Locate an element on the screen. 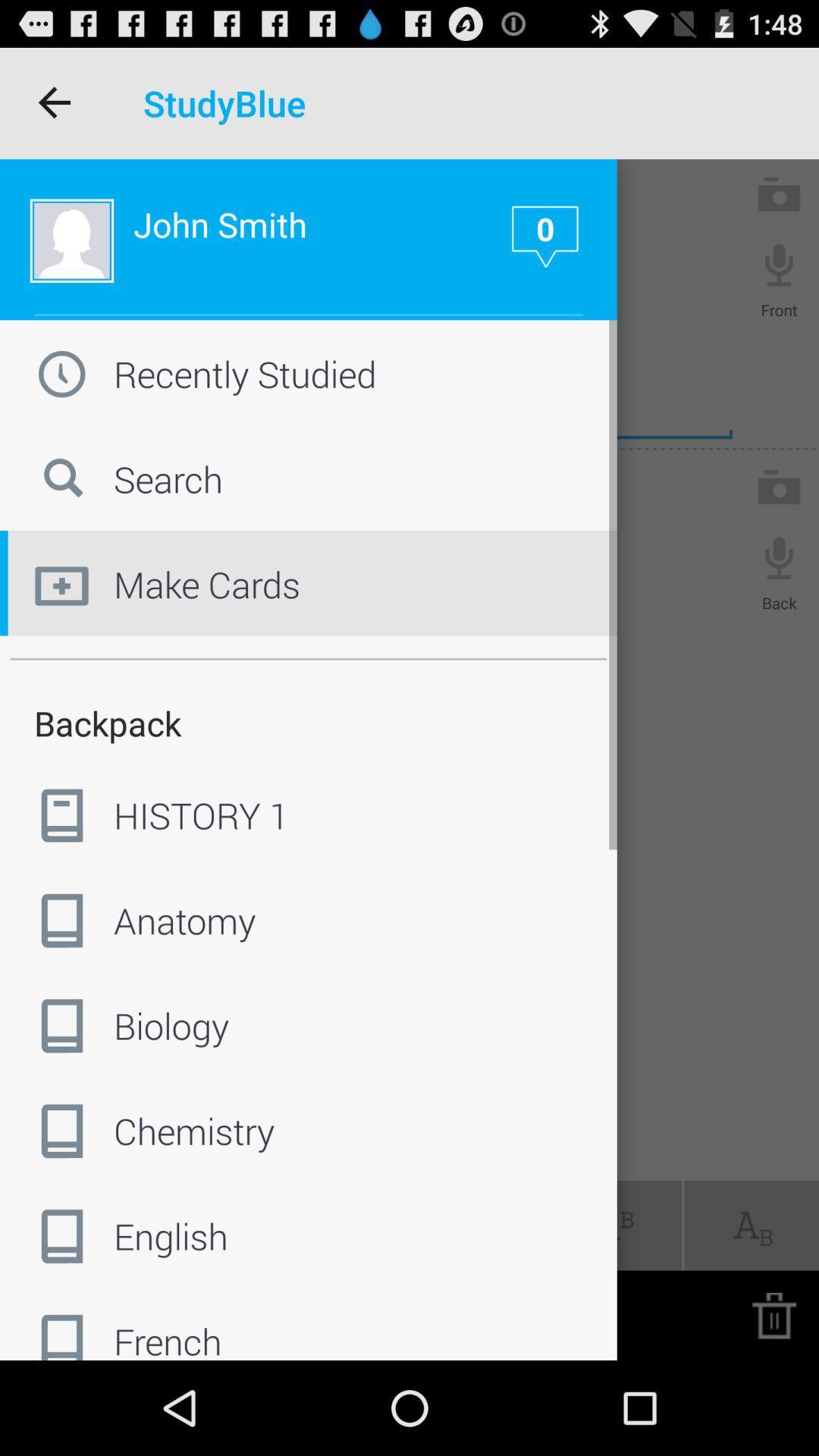 The height and width of the screenshot is (1456, 819). the microphone icon is located at coordinates (779, 595).